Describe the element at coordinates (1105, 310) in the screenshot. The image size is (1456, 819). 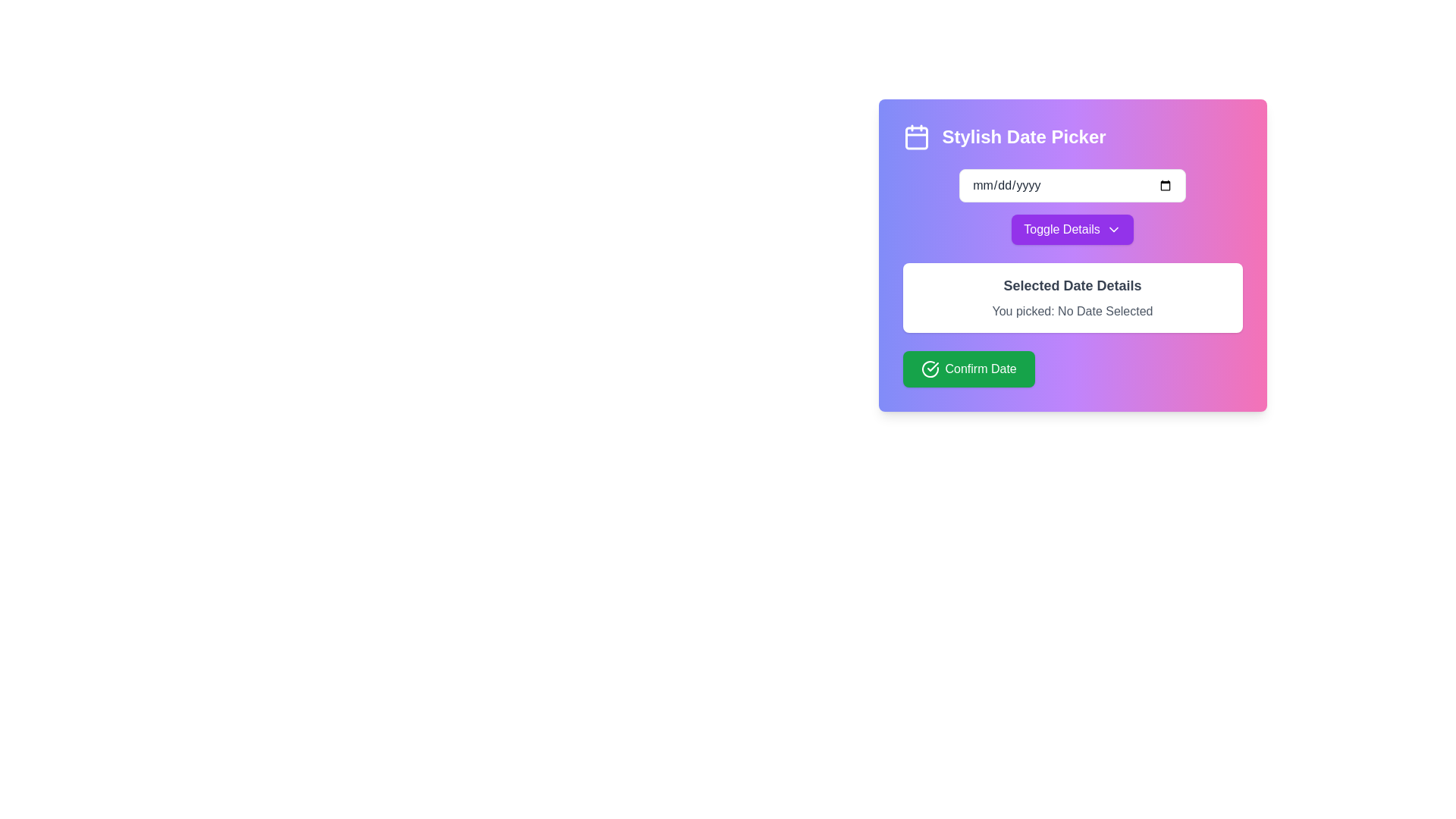
I see `the text label displaying 'No Date Selected', which is styled in muted gray and positioned immediately to the right of 'You picked:' in the date picker interface` at that location.